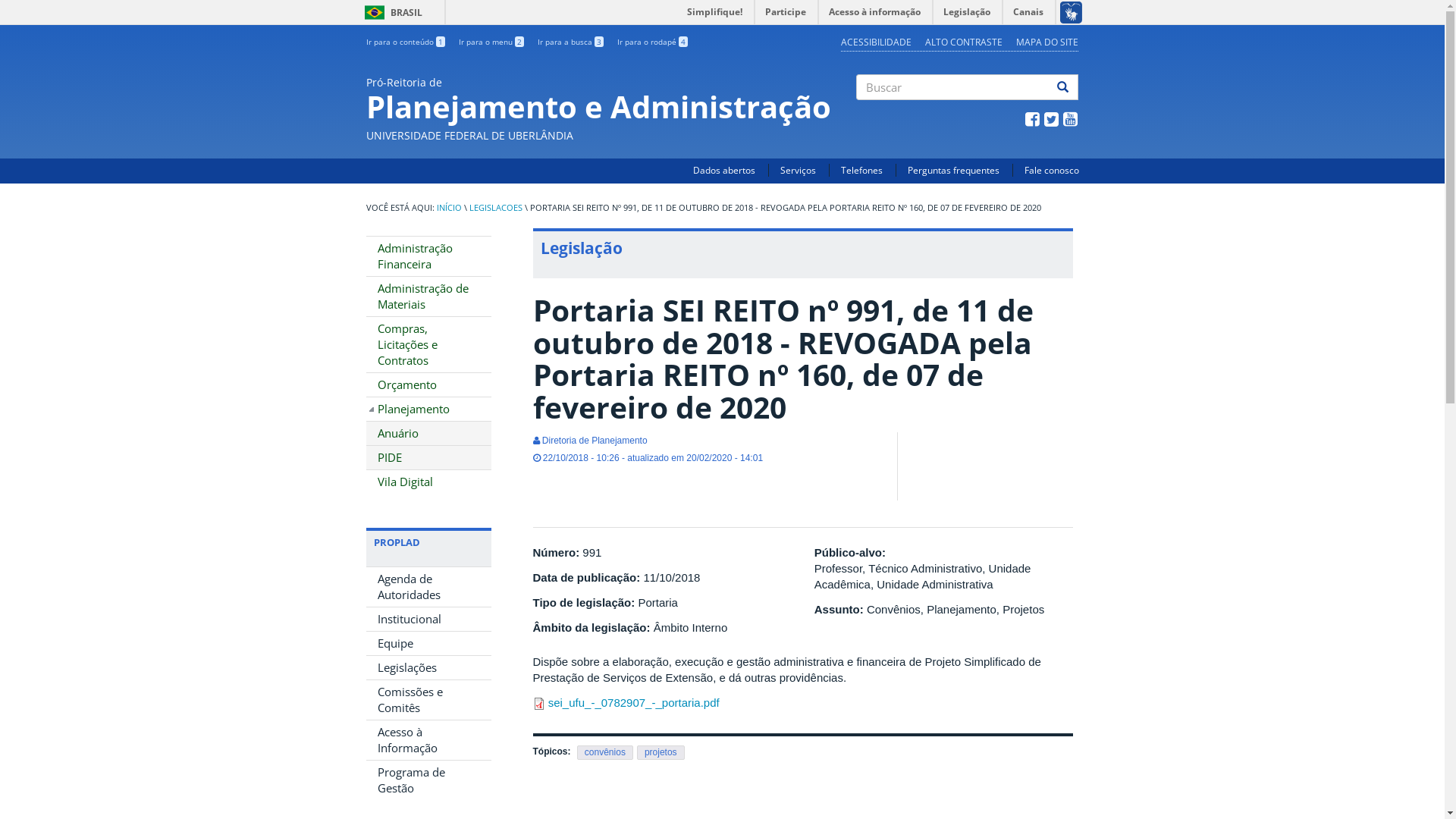 Image resolution: width=1456 pixels, height=819 pixels. Describe the element at coordinates (532, 704) in the screenshot. I see `'application/pdf'` at that location.